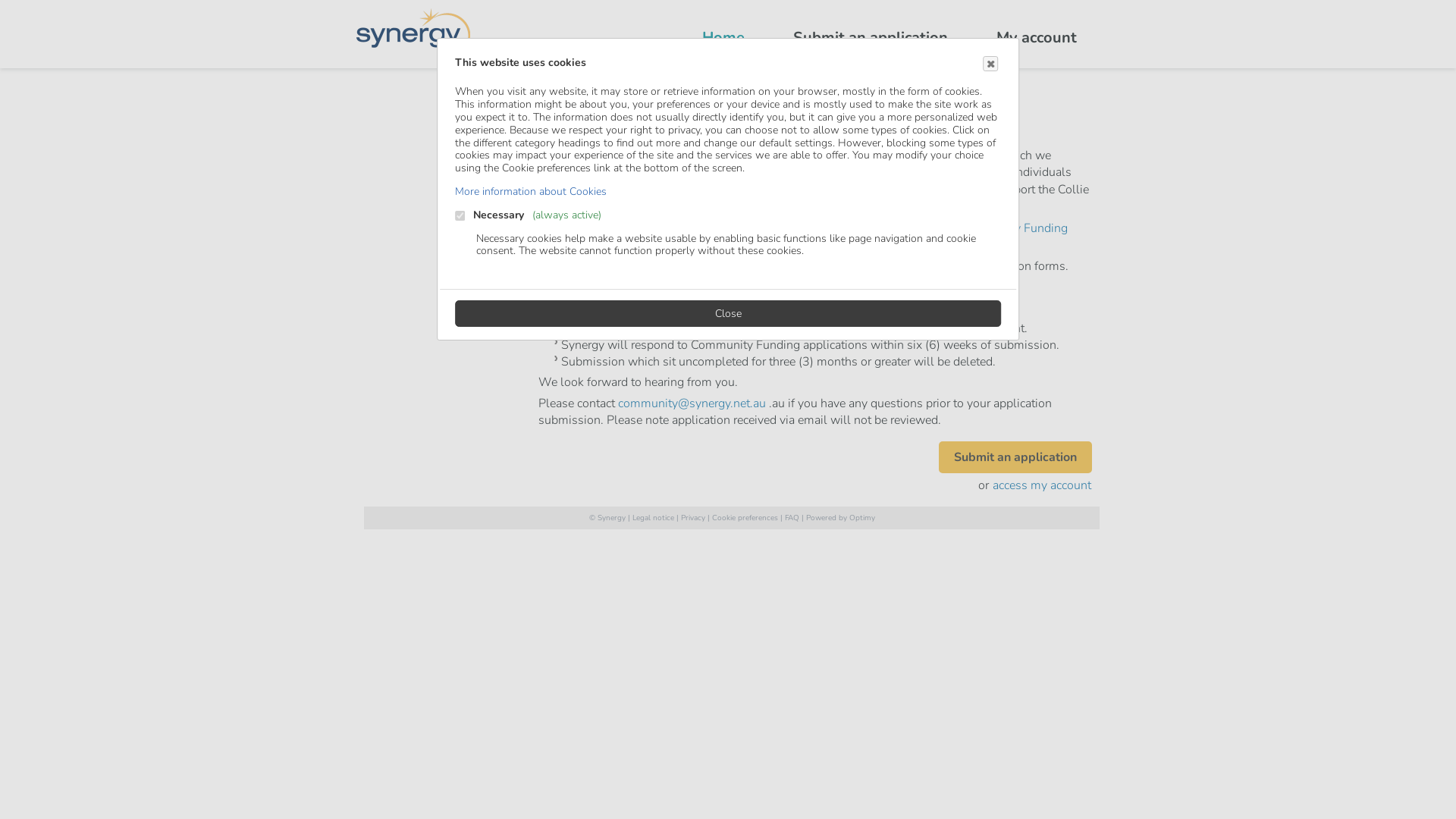  What do you see at coordinates (744, 516) in the screenshot?
I see `'Cookie preferences'` at bounding box center [744, 516].